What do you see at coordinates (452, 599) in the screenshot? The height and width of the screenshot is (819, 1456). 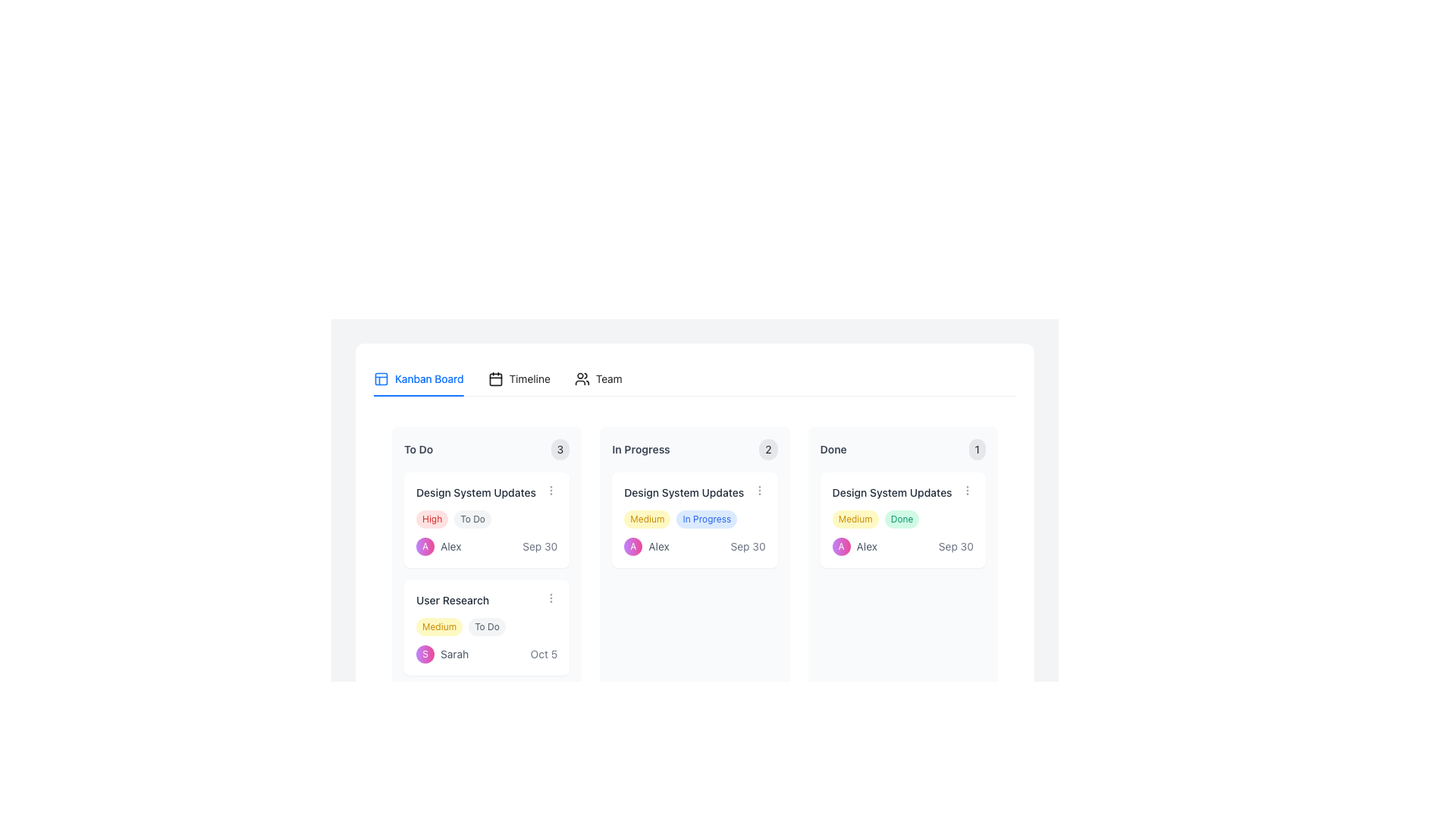 I see `the text label that serves as the title or identifier for a task in the 'To Do' column of the Kanban board` at bounding box center [452, 599].